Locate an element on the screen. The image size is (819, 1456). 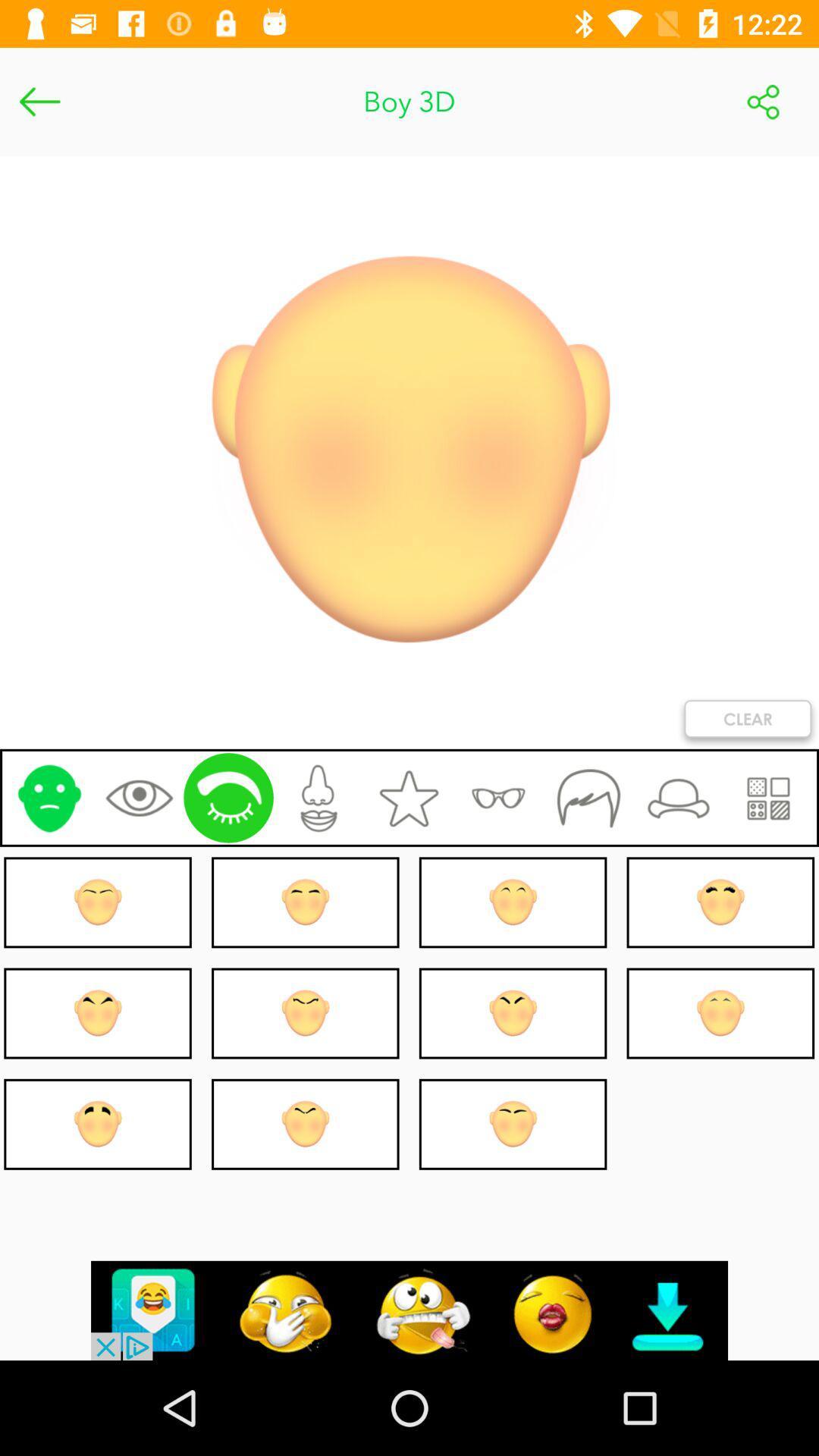
clear picture is located at coordinates (747, 721).